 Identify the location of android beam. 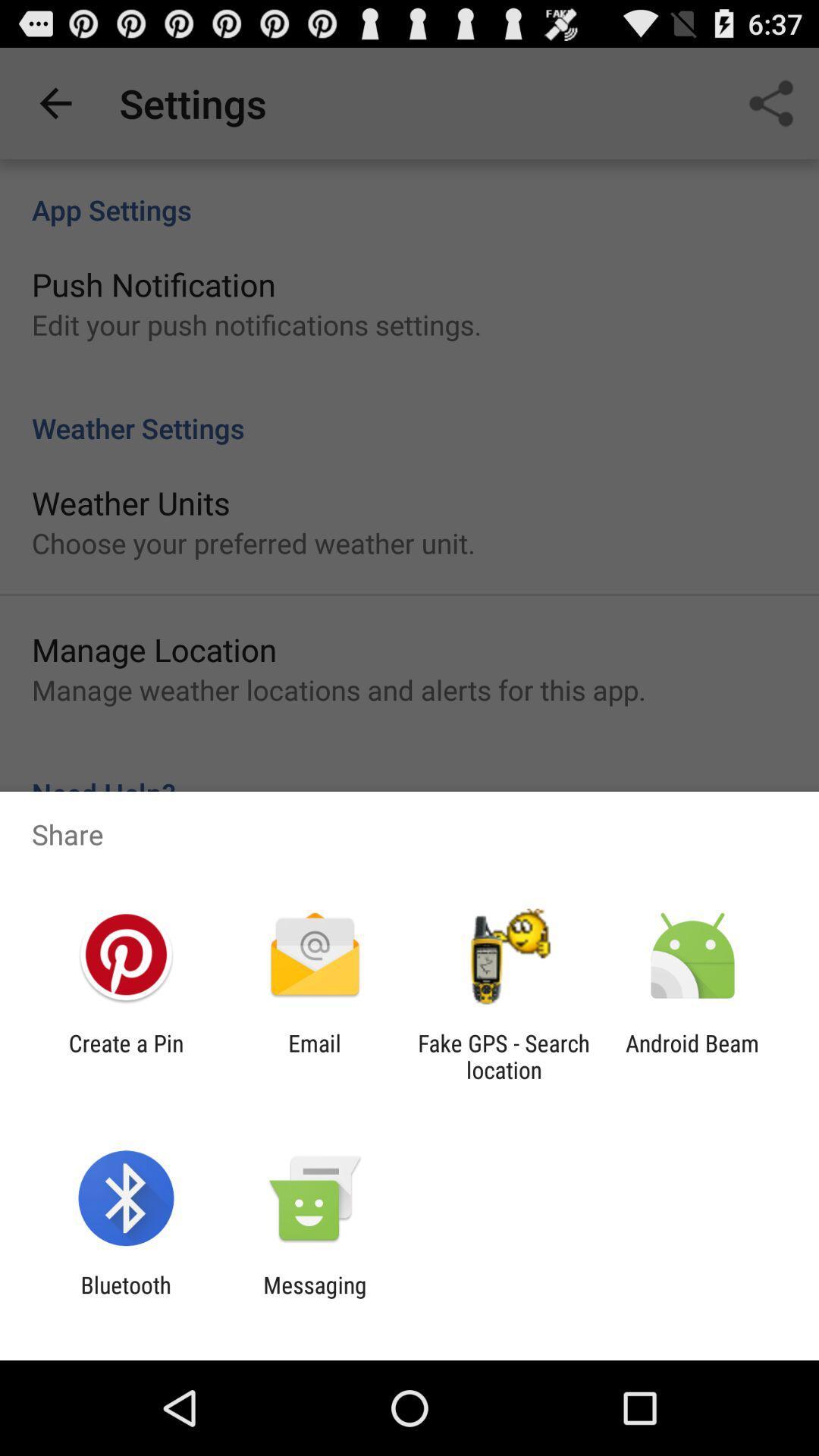
(692, 1056).